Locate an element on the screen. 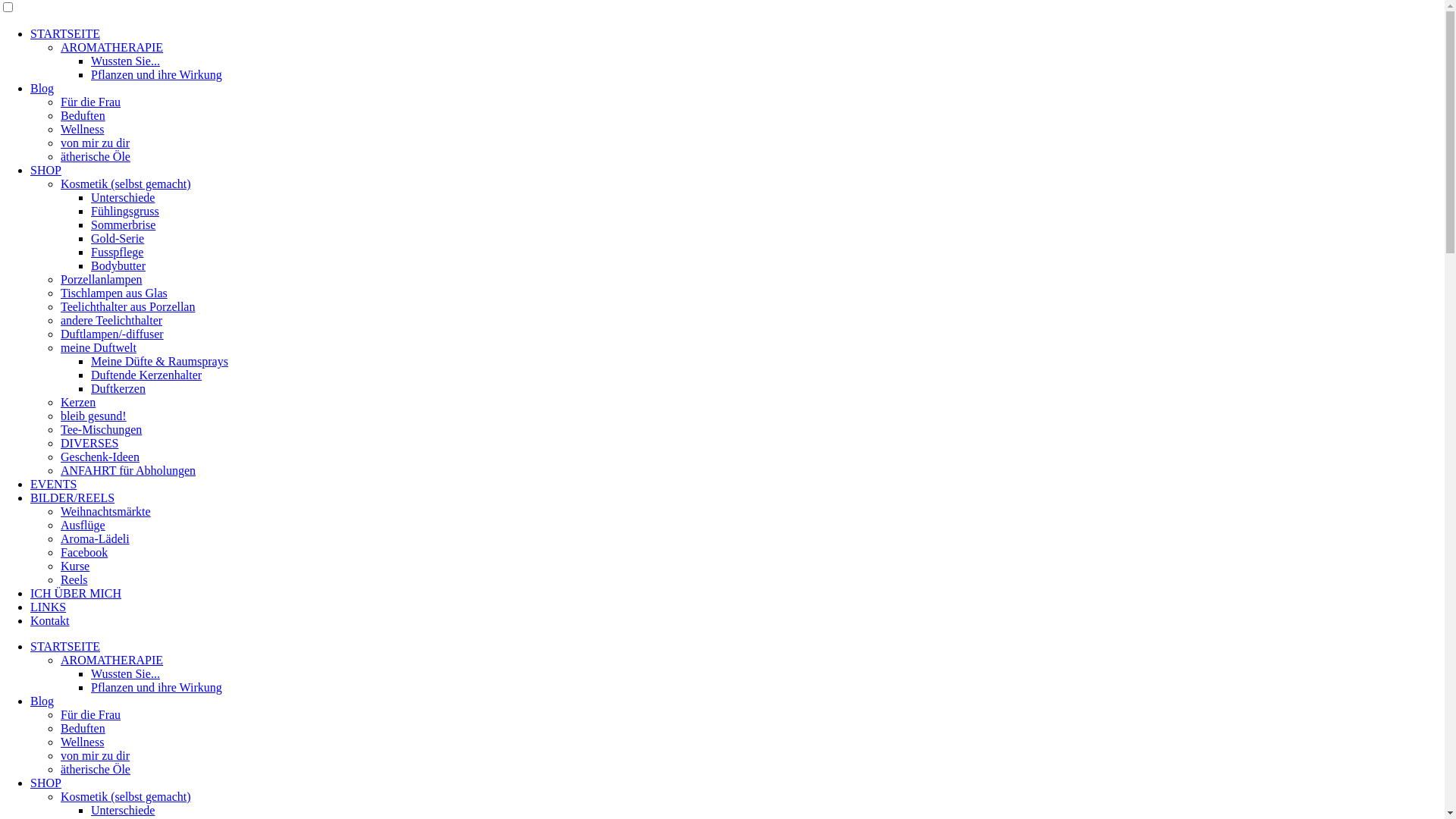  'Wellness' is located at coordinates (81, 128).